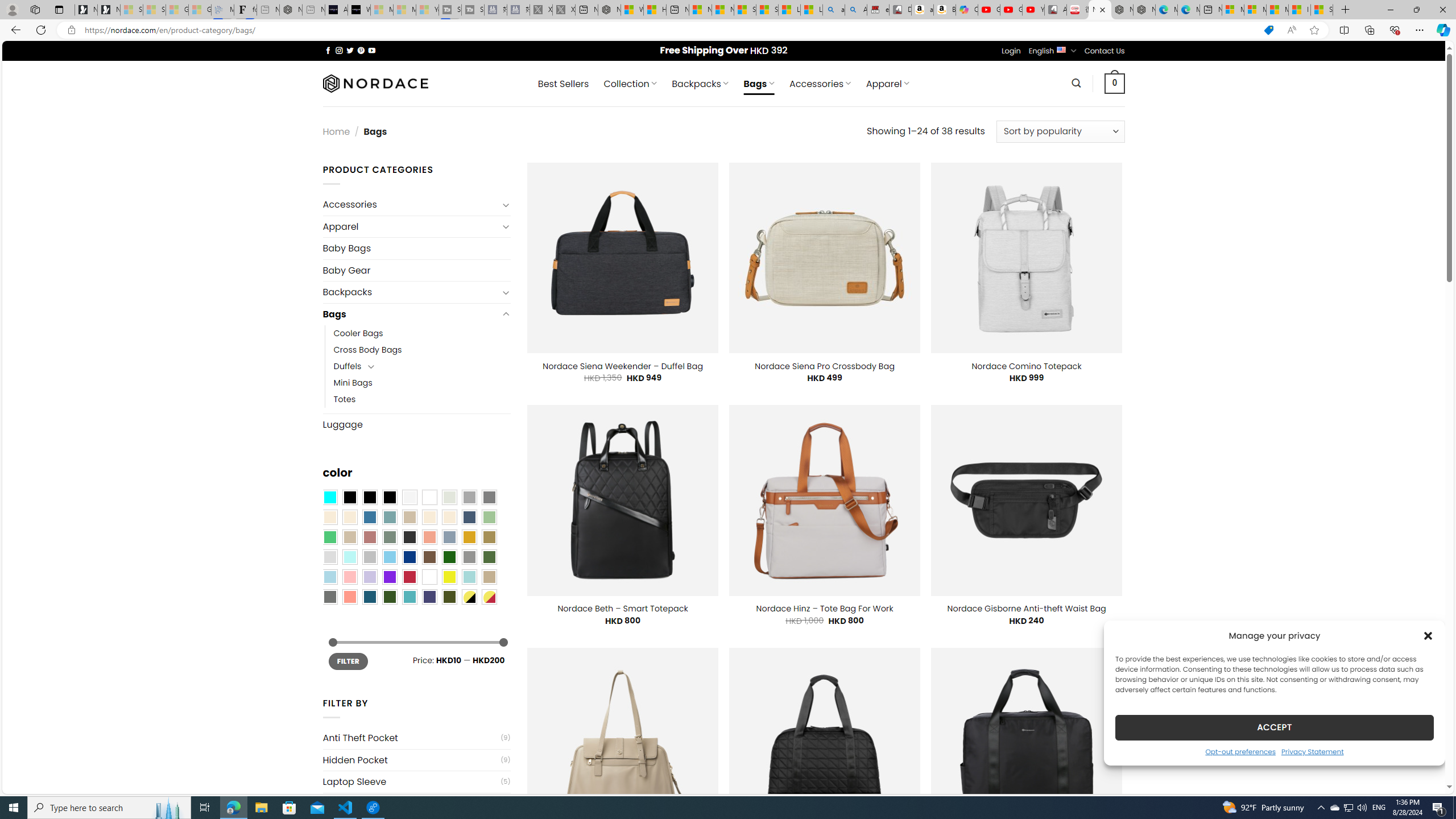  What do you see at coordinates (1060, 131) in the screenshot?
I see `'Shop order'` at bounding box center [1060, 131].